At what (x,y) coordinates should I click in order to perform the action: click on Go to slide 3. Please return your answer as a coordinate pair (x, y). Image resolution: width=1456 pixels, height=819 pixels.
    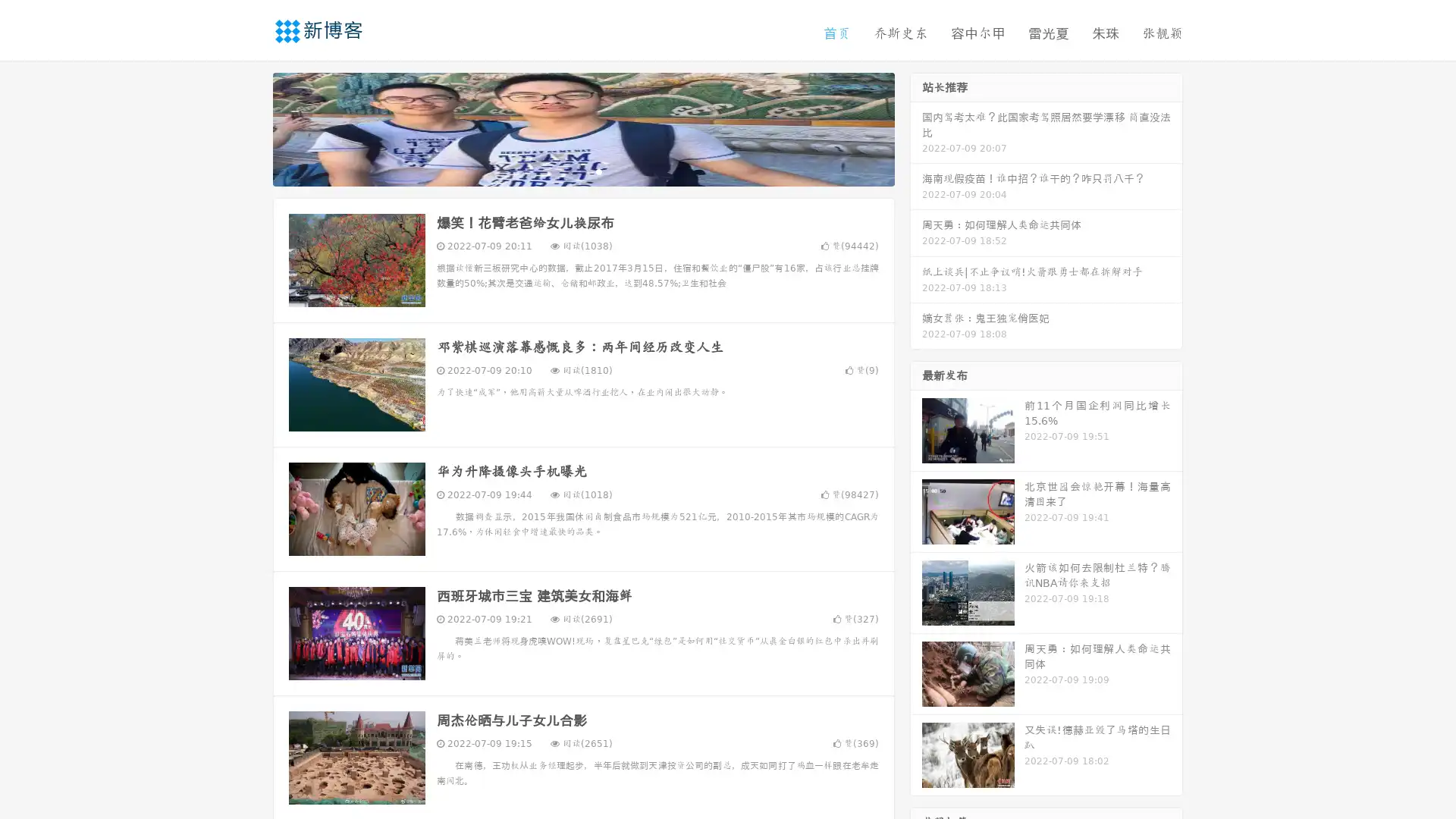
    Looking at the image, I should click on (598, 171).